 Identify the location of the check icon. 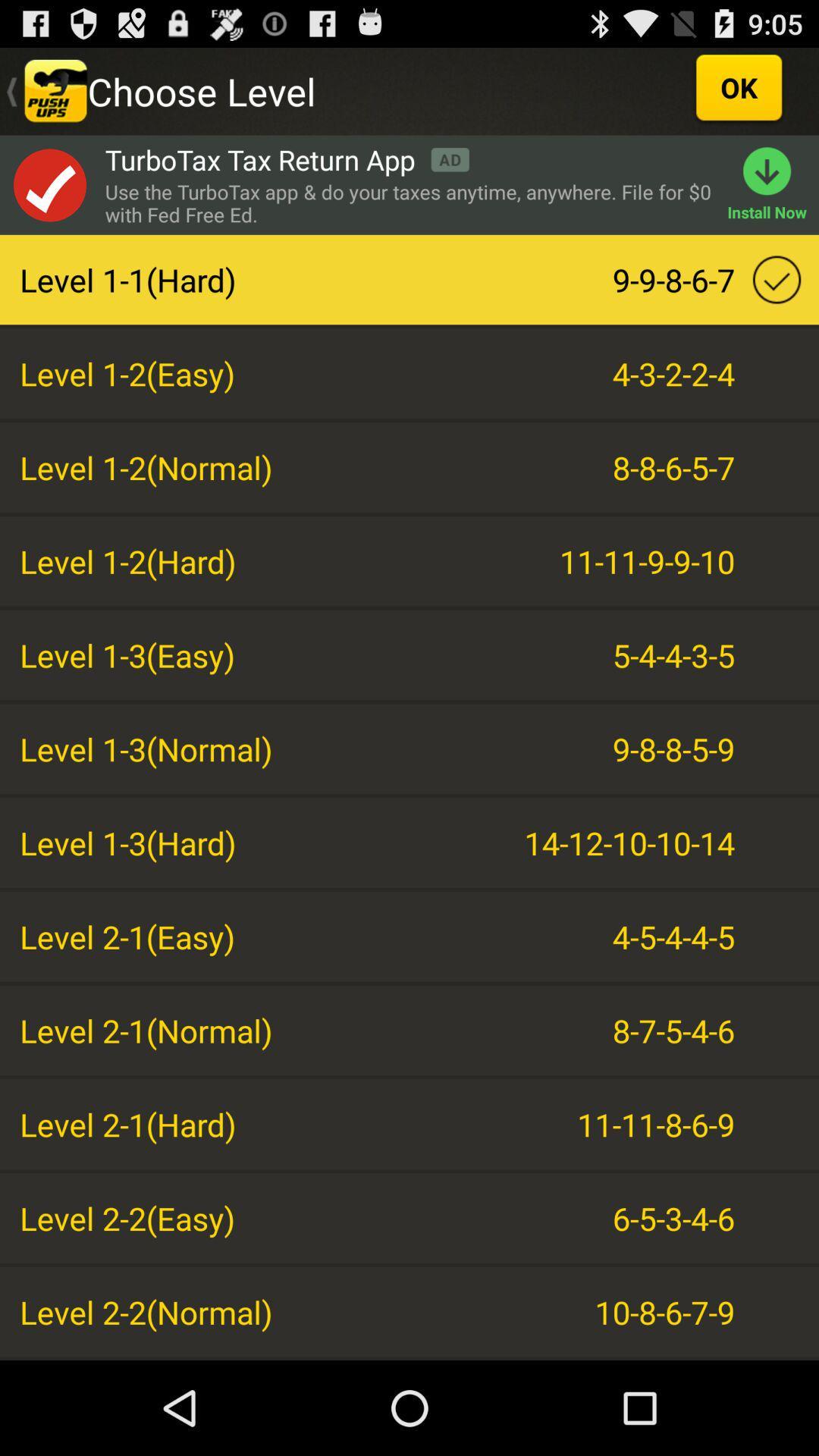
(49, 197).